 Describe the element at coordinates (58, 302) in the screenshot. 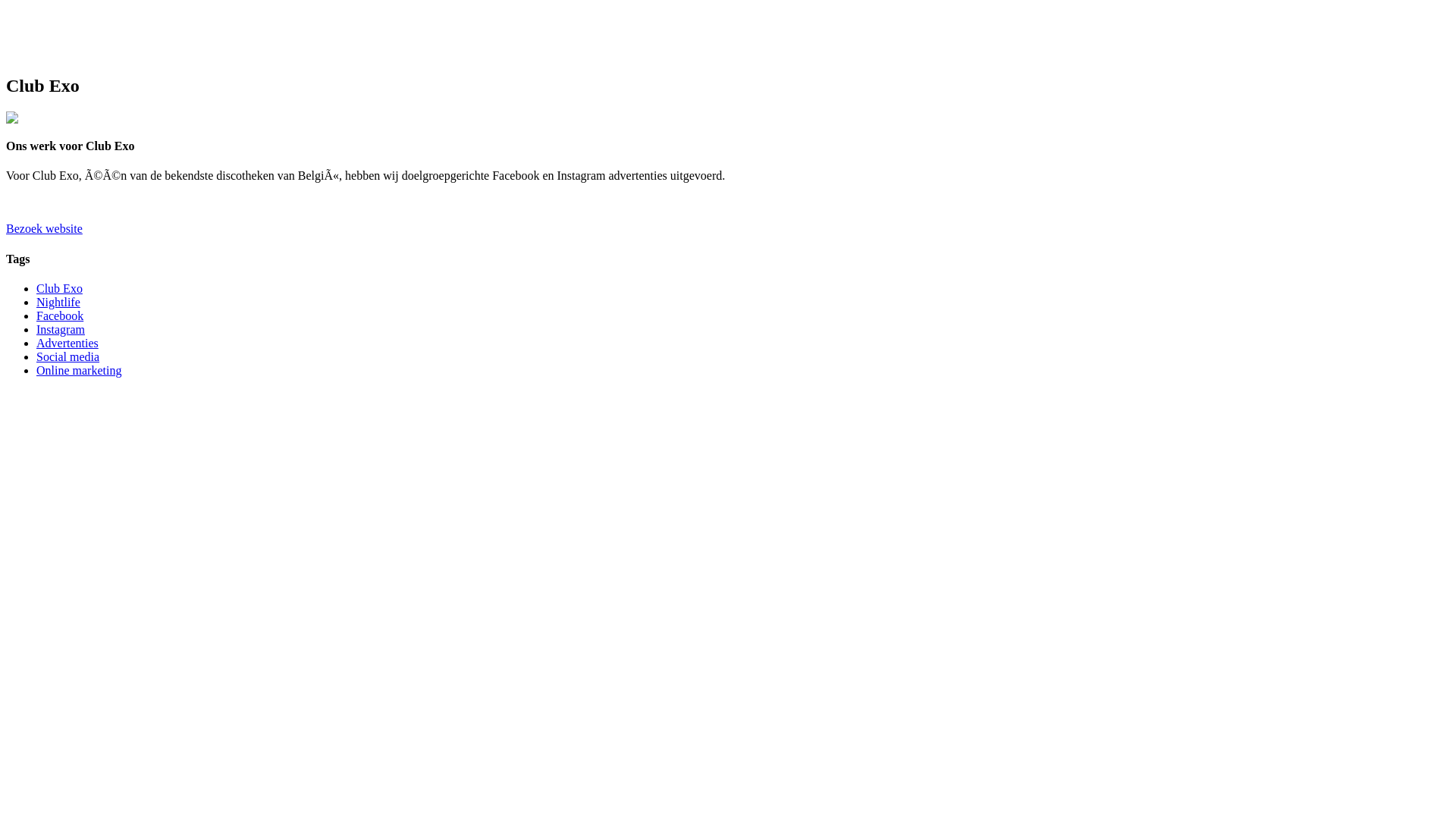

I see `'Nightlife'` at that location.